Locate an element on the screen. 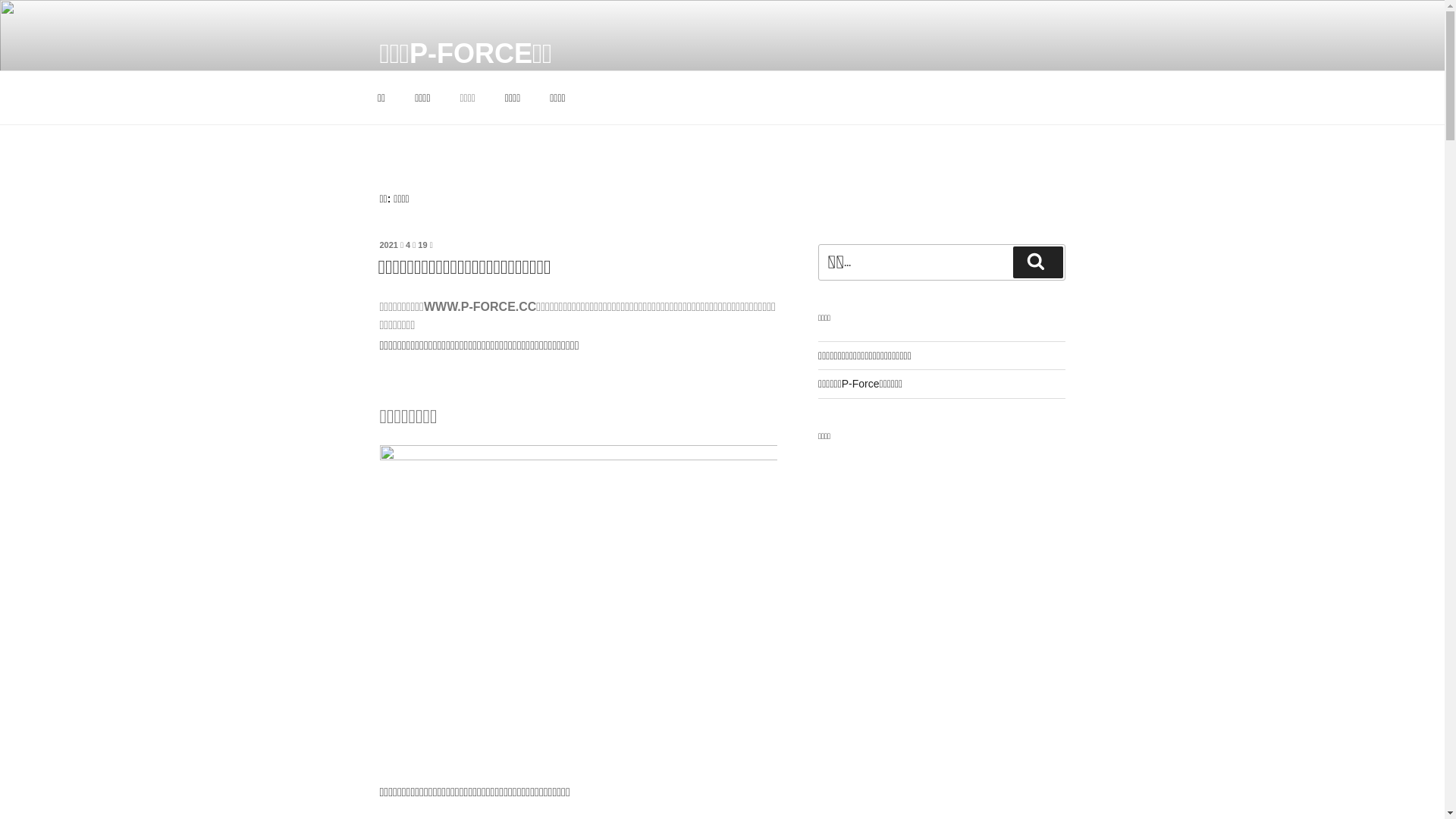 The width and height of the screenshot is (1456, 819). 'WWW.P-FORCE.CC' is located at coordinates (479, 306).